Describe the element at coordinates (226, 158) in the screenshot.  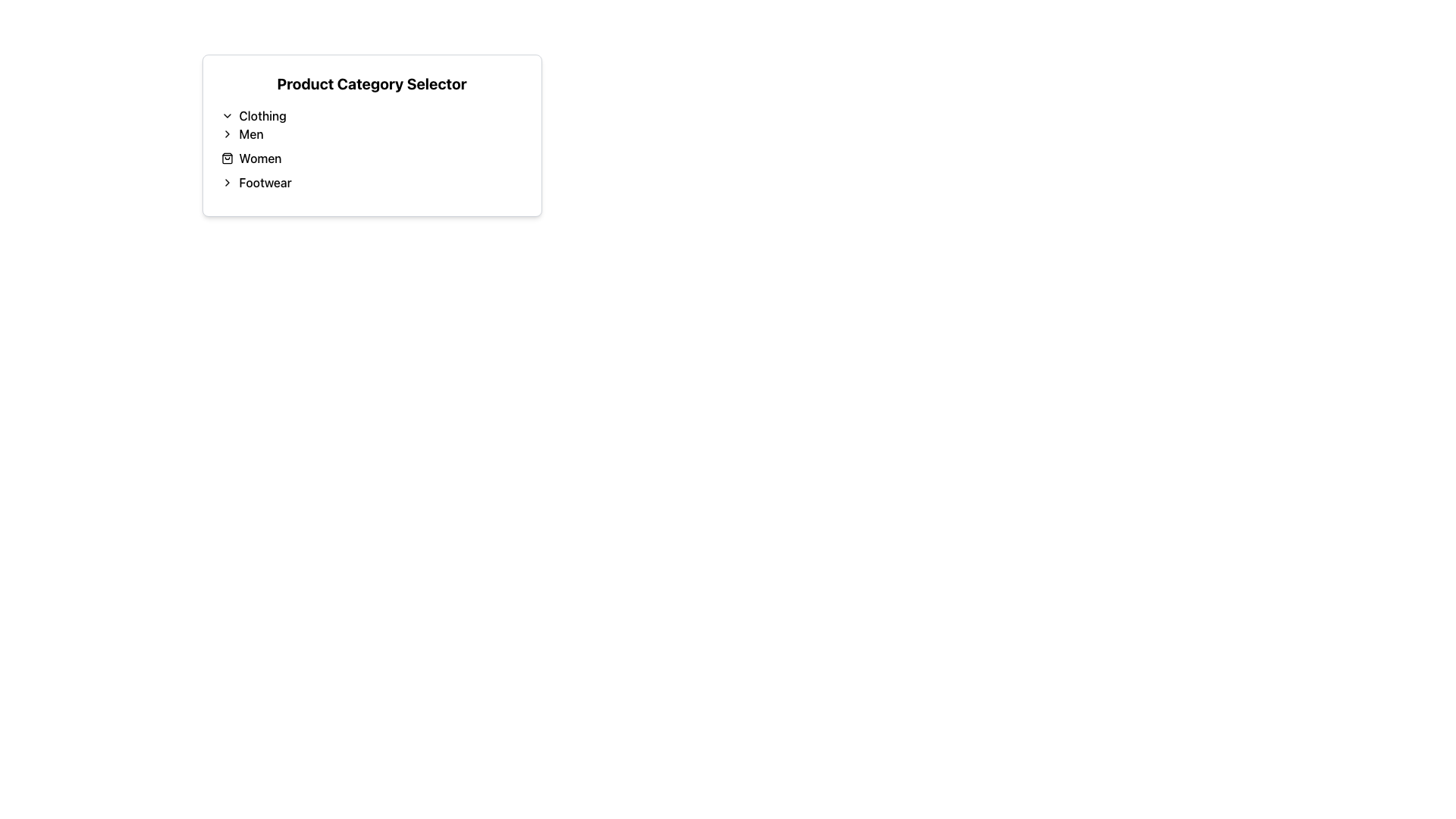
I see `the 'Women' category icon located to the left of the 'Women' label in the vertical list under the 'Product Category Selector' title` at that location.